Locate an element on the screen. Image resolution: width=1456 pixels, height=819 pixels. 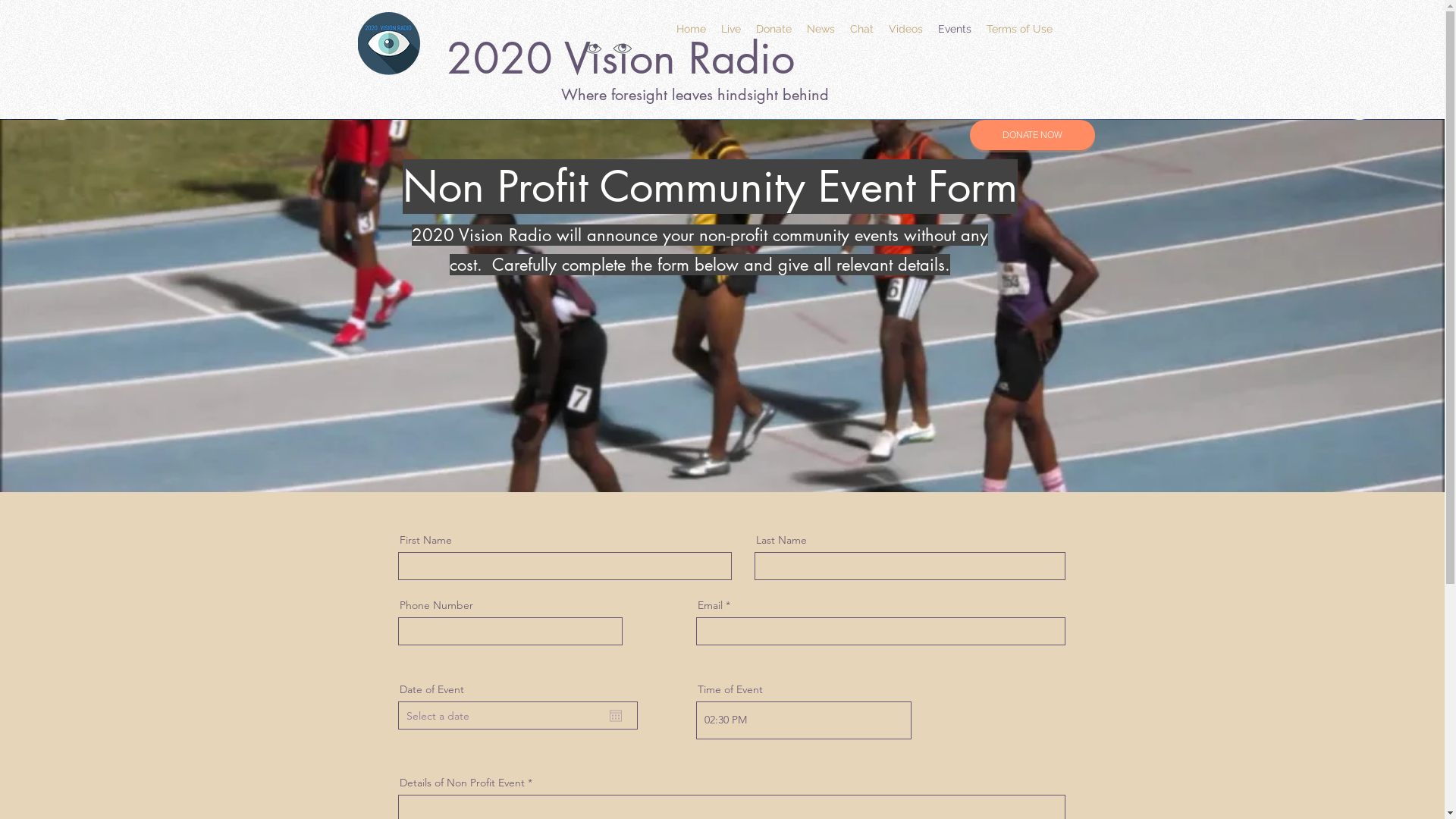
'News' is located at coordinates (820, 29).